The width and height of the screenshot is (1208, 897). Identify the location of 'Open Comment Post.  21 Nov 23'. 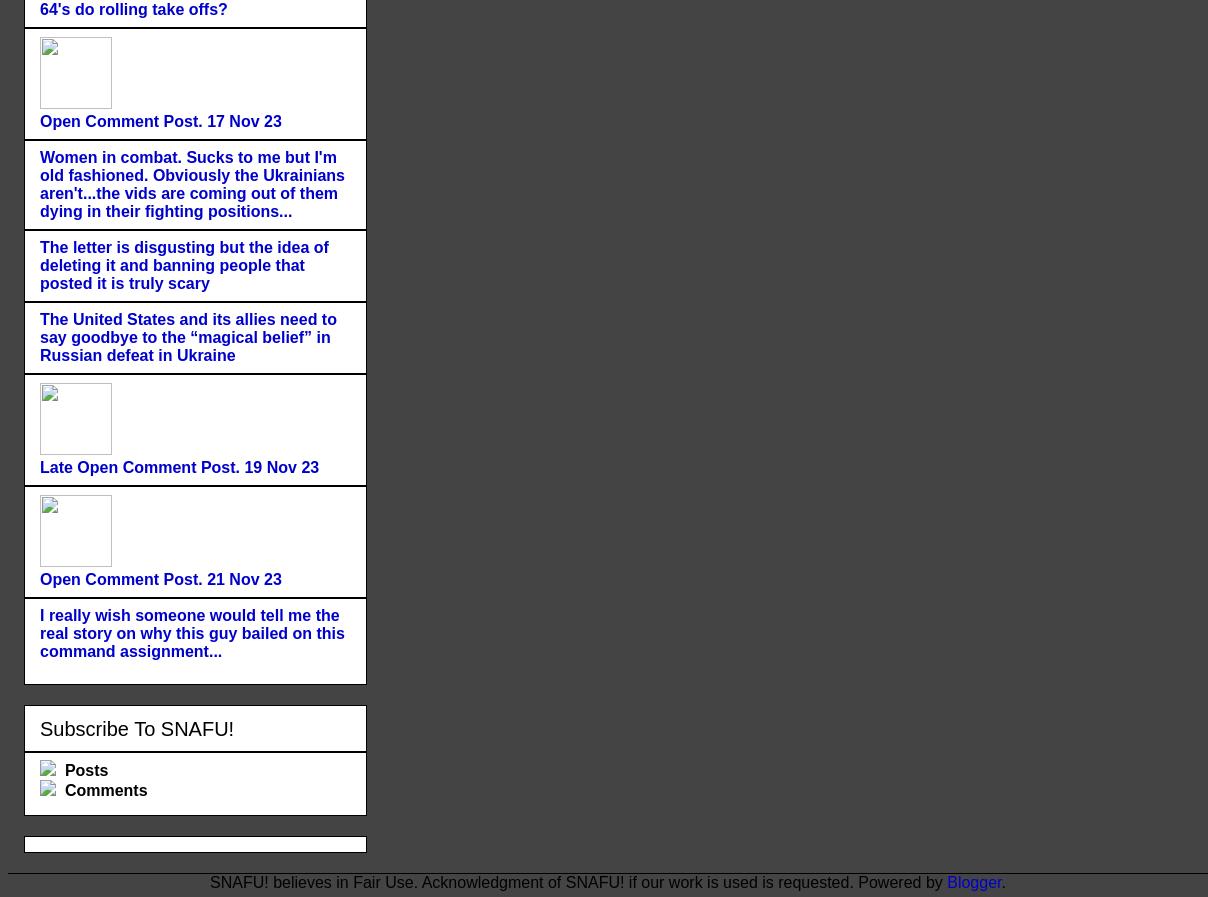
(160, 578).